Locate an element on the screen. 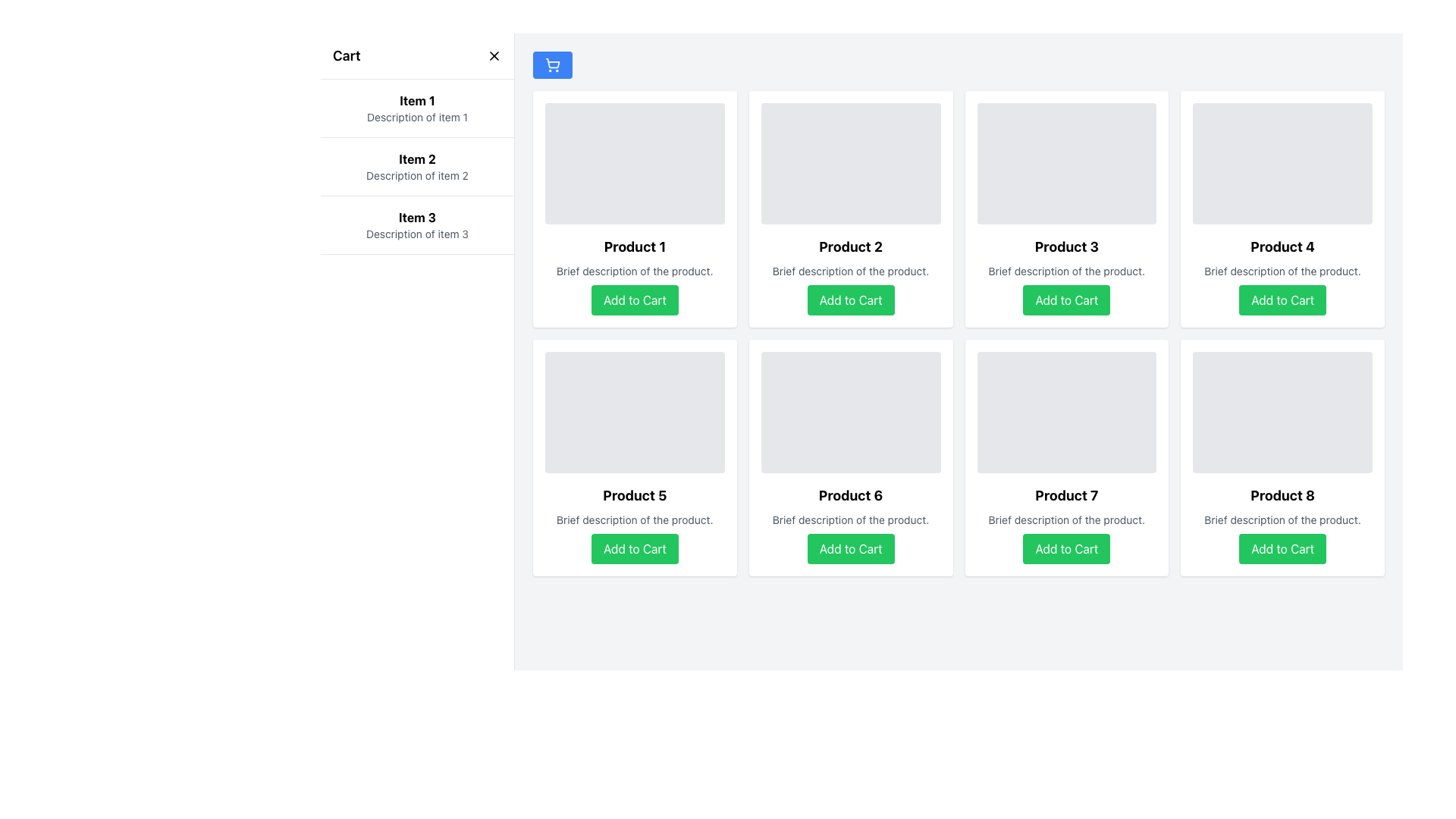 The width and height of the screenshot is (1456, 819). the second item in the vertical list representing an item entry, which displays its name and description is located at coordinates (417, 167).